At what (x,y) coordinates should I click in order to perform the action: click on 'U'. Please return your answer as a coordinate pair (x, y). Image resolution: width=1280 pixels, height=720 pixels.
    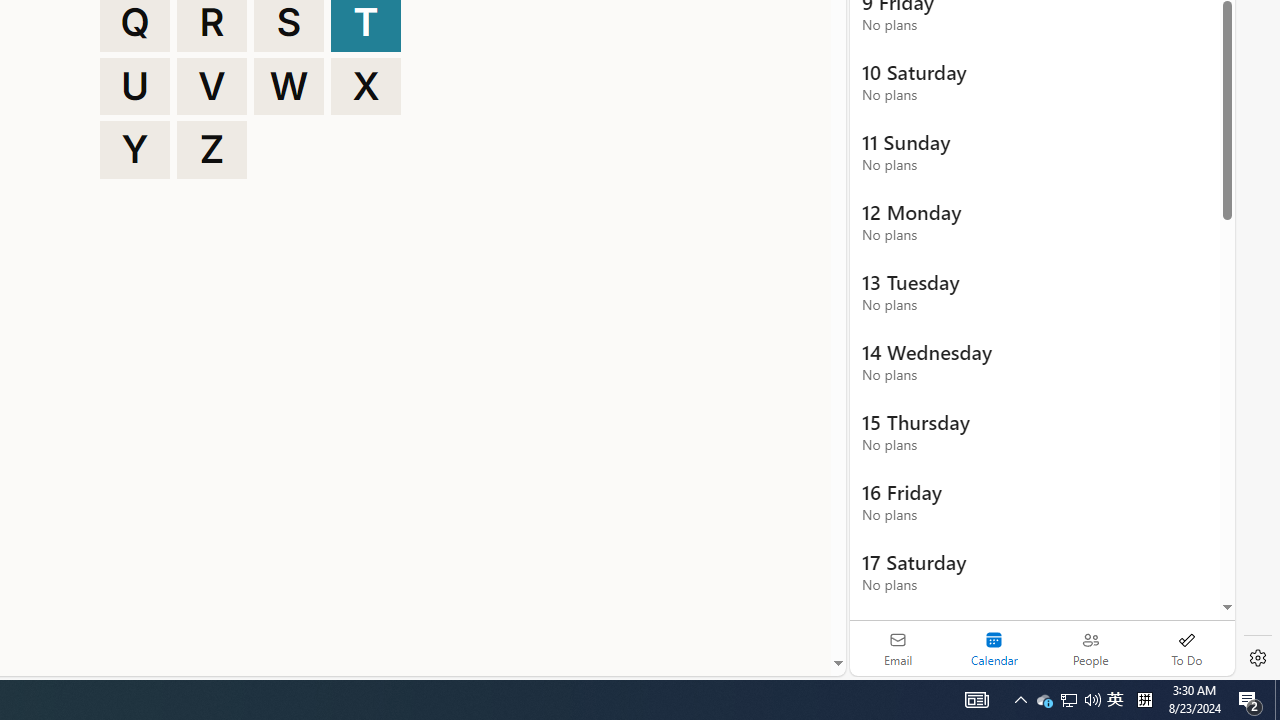
    Looking at the image, I should click on (134, 85).